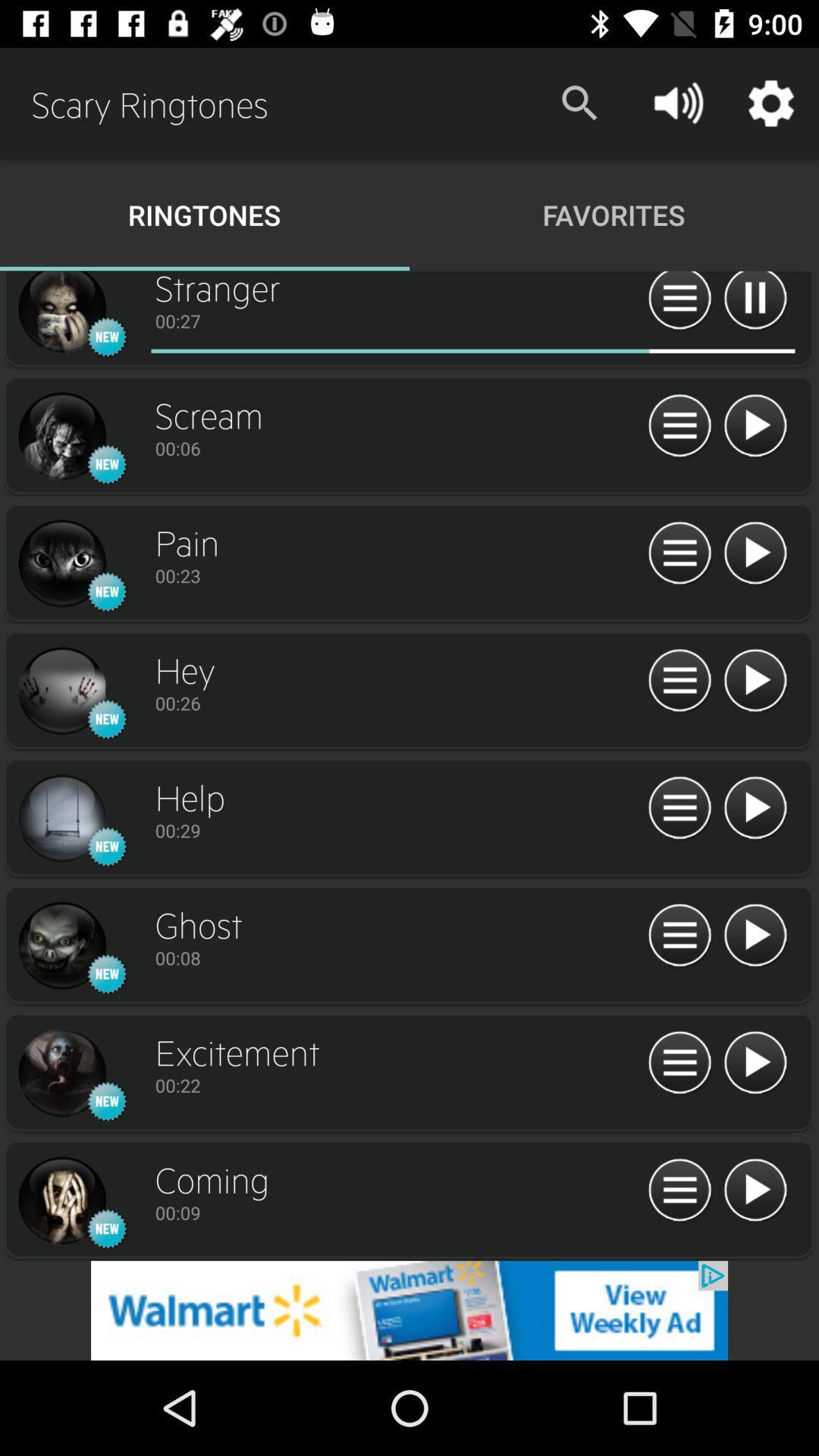  I want to click on options for track, so click(679, 808).